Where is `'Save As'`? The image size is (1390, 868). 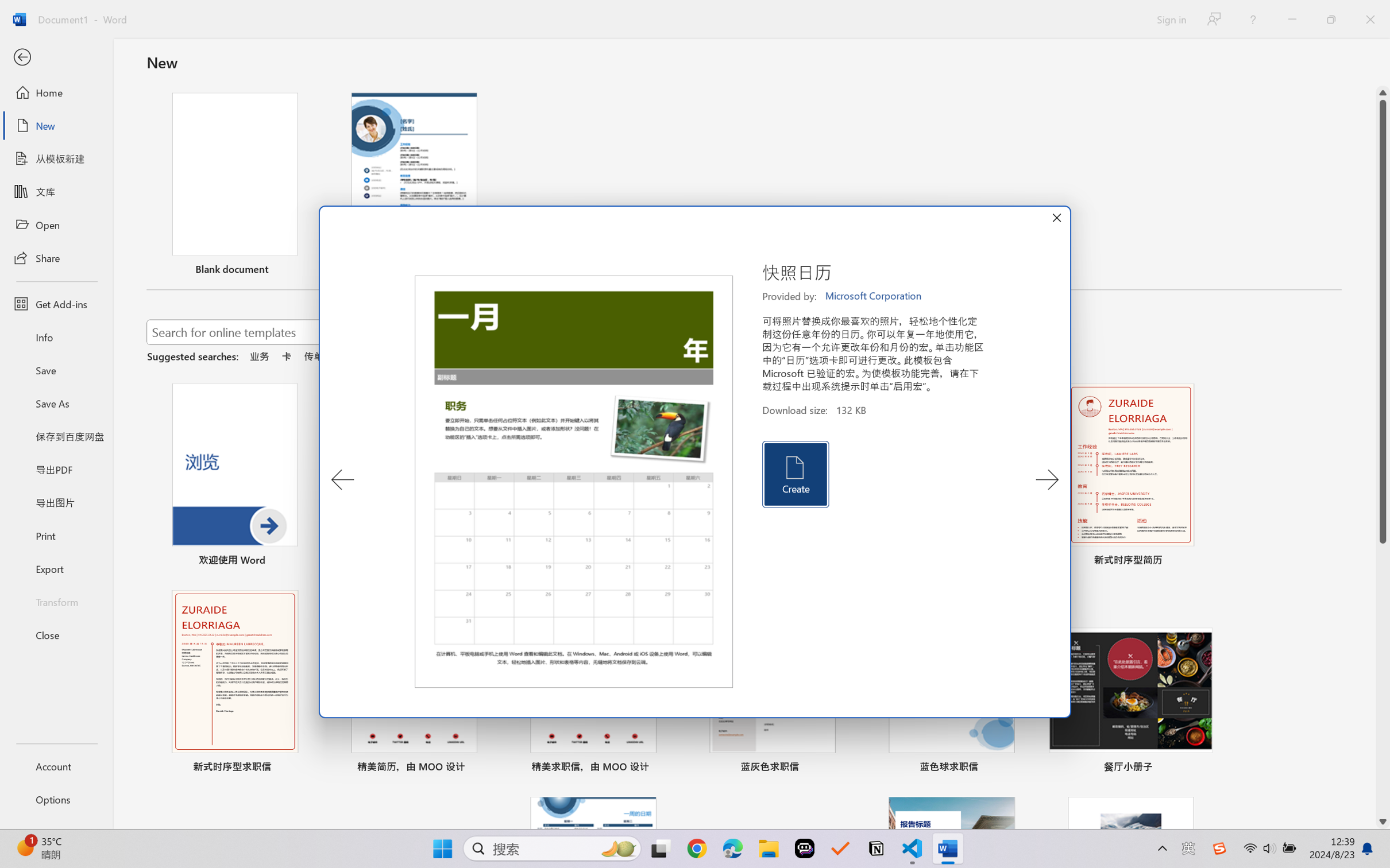
'Save As' is located at coordinates (56, 403).